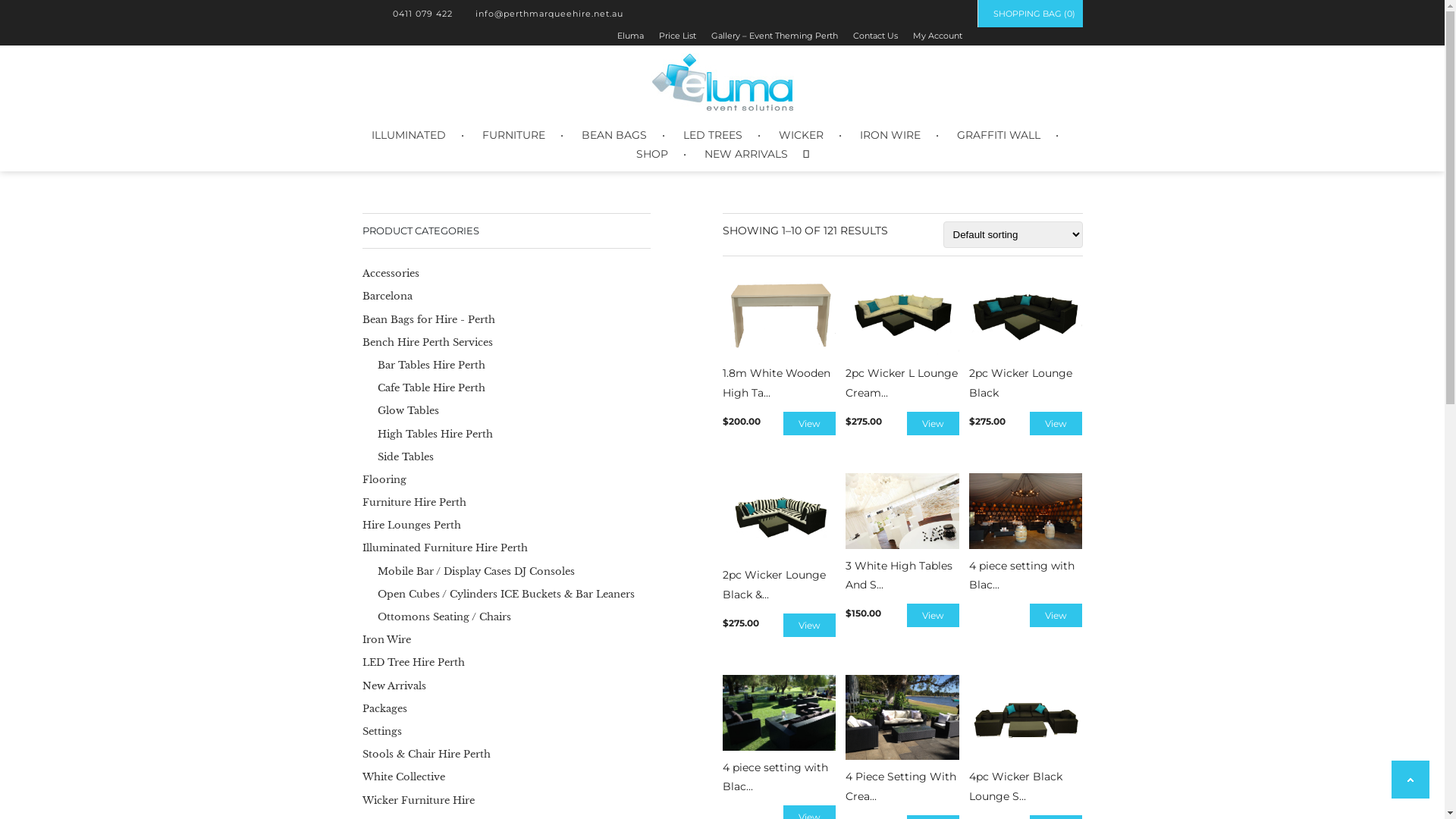 The image size is (1456, 819). What do you see at coordinates (413, 661) in the screenshot?
I see `'LED Tree Hire Perth'` at bounding box center [413, 661].